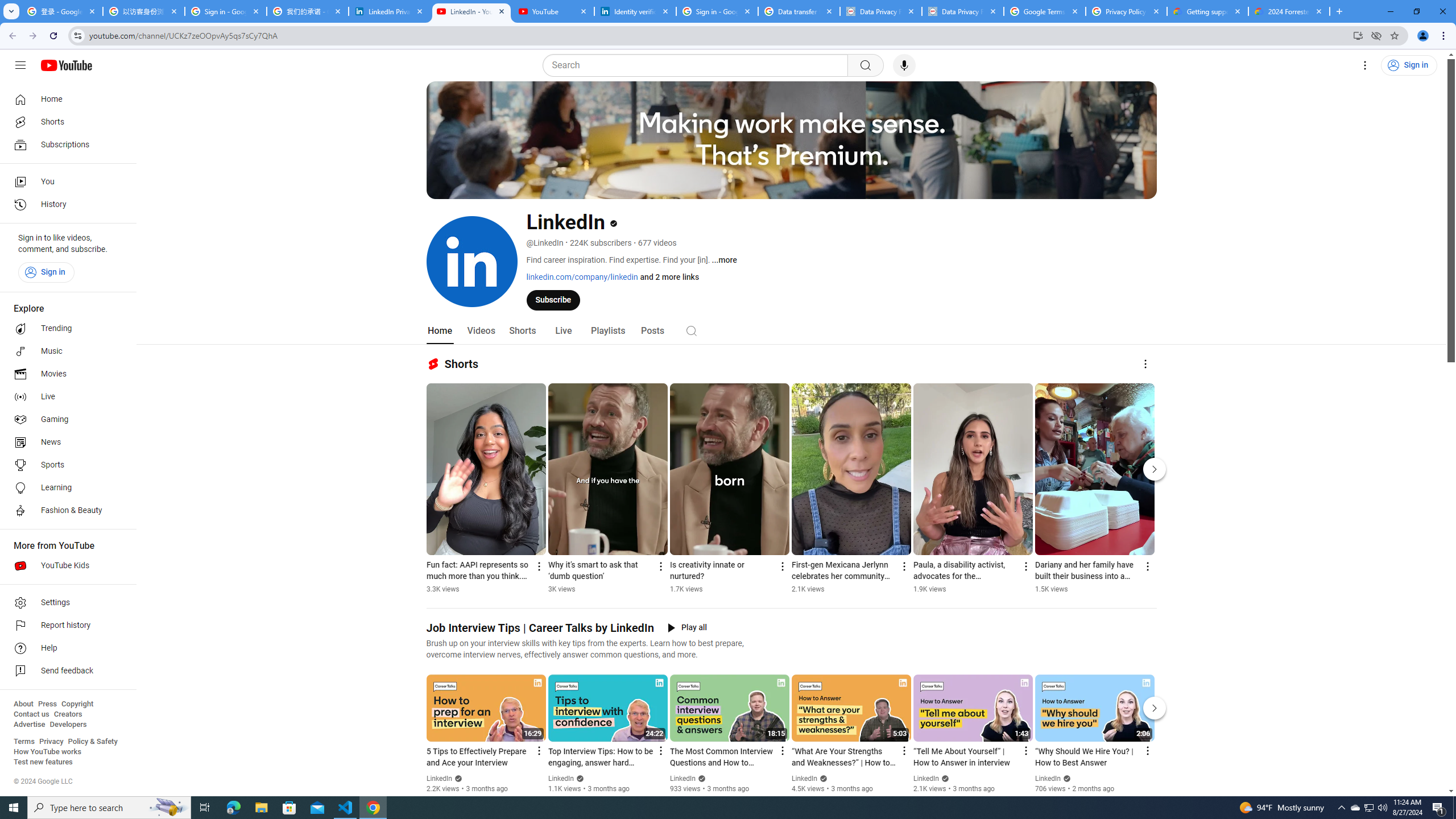 Image resolution: width=1456 pixels, height=819 pixels. I want to click on 'Advertise', so click(28, 723).